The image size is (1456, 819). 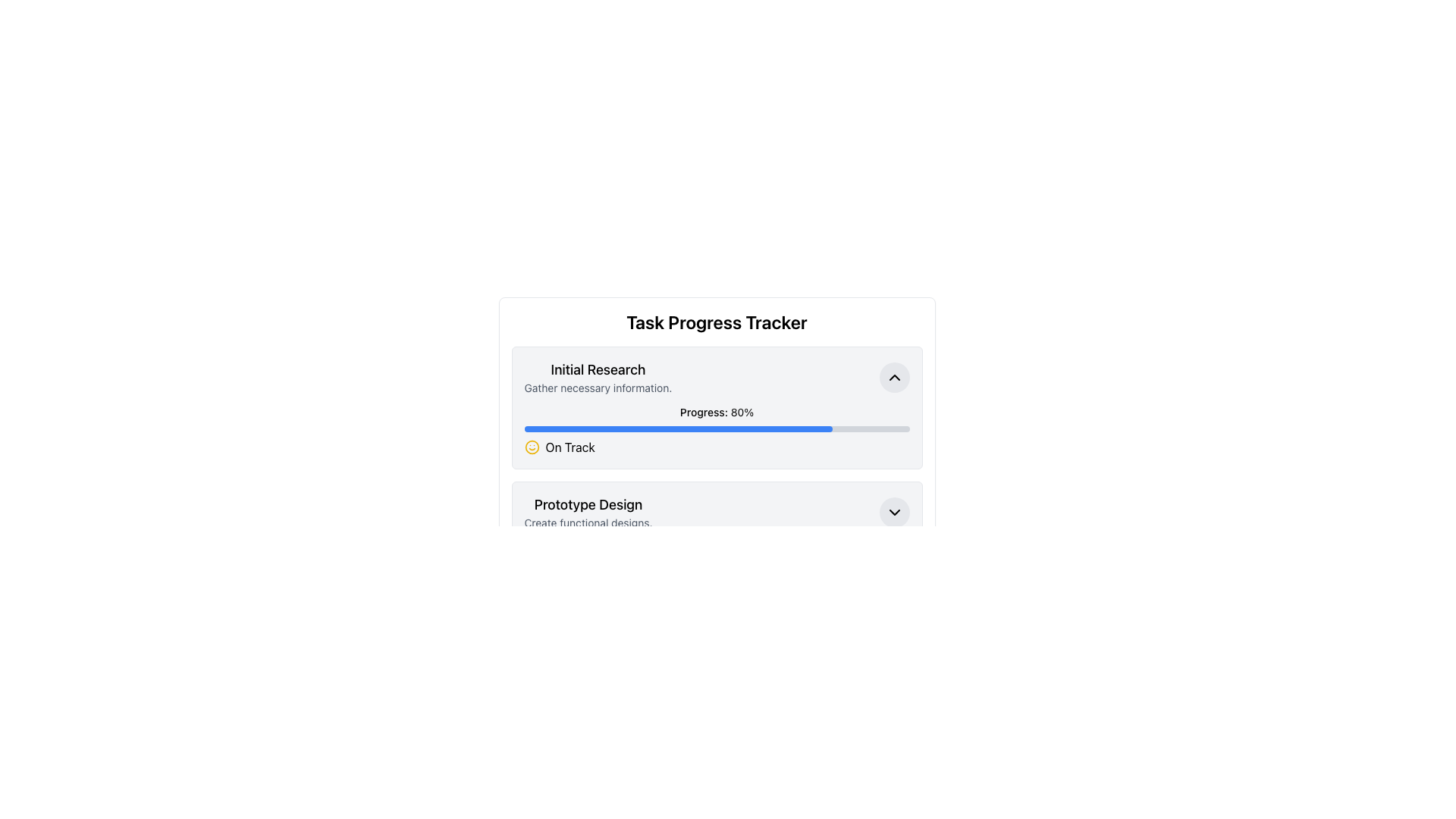 What do you see at coordinates (894, 512) in the screenshot?
I see `the interactive toggle button located to the far right in the same row as the text 'Prototype Design' and 'Create functional designs.'` at bounding box center [894, 512].